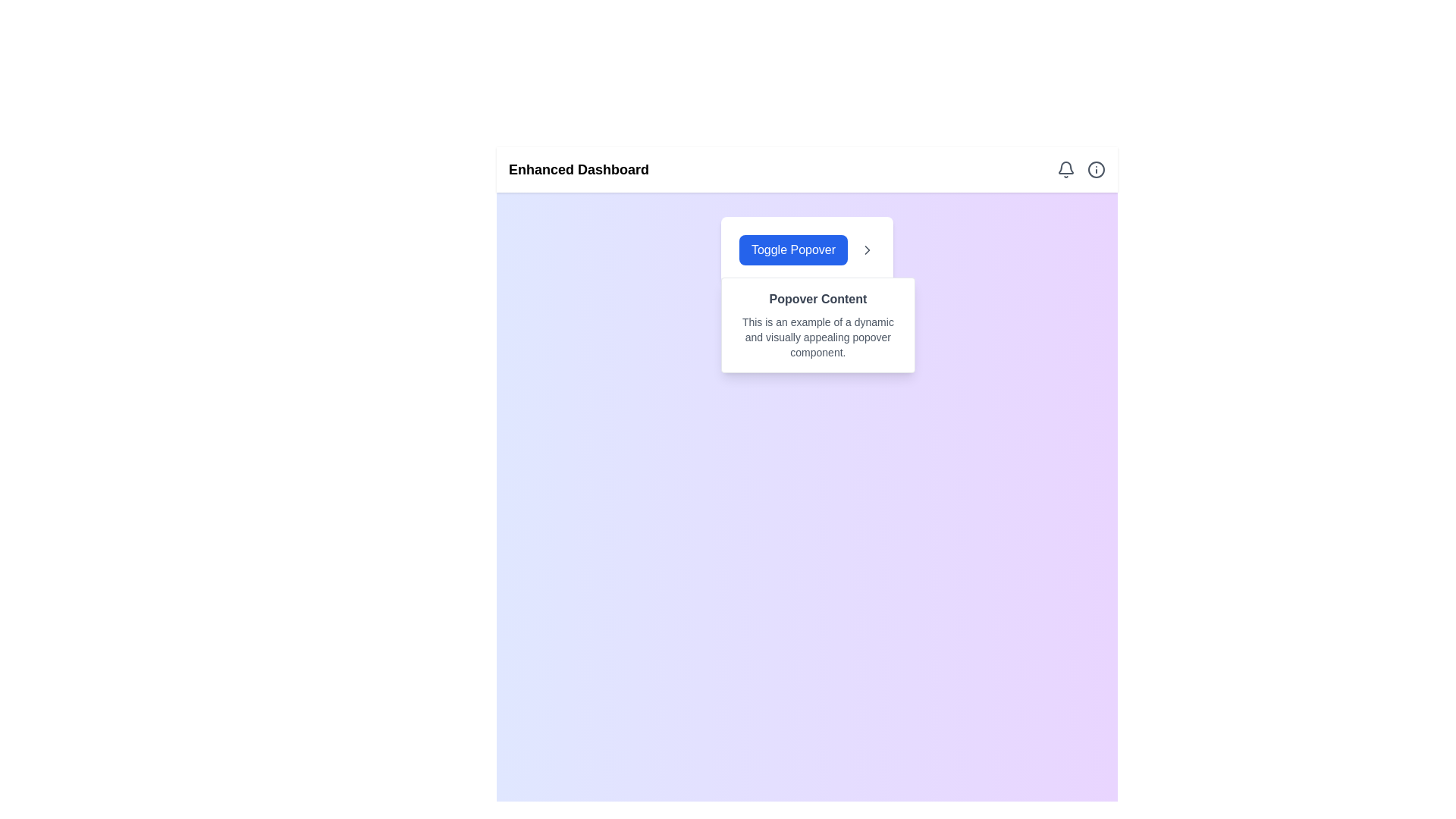  I want to click on the Popover or Tooltip that appears below the 'Toggle Popover' button, so click(817, 324).